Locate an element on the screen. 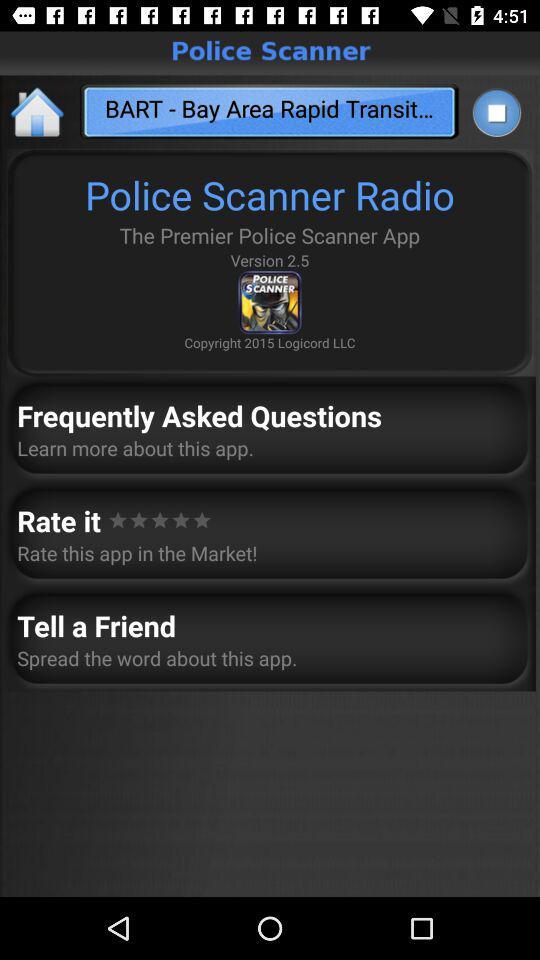  the app next to bart bay area is located at coordinates (495, 112).